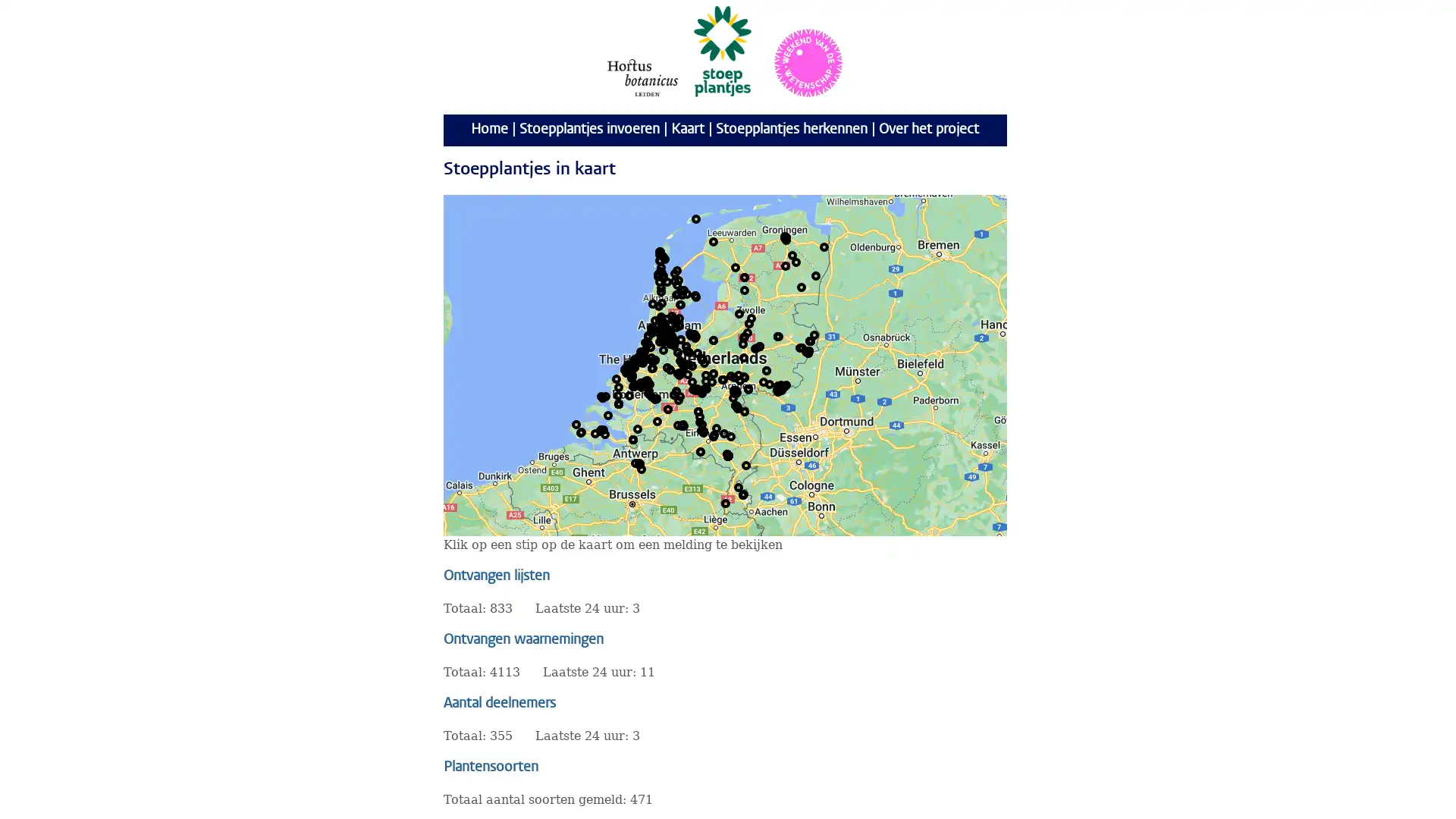  What do you see at coordinates (736, 391) in the screenshot?
I see `Telling van Julia op 15 oktober 2021` at bounding box center [736, 391].